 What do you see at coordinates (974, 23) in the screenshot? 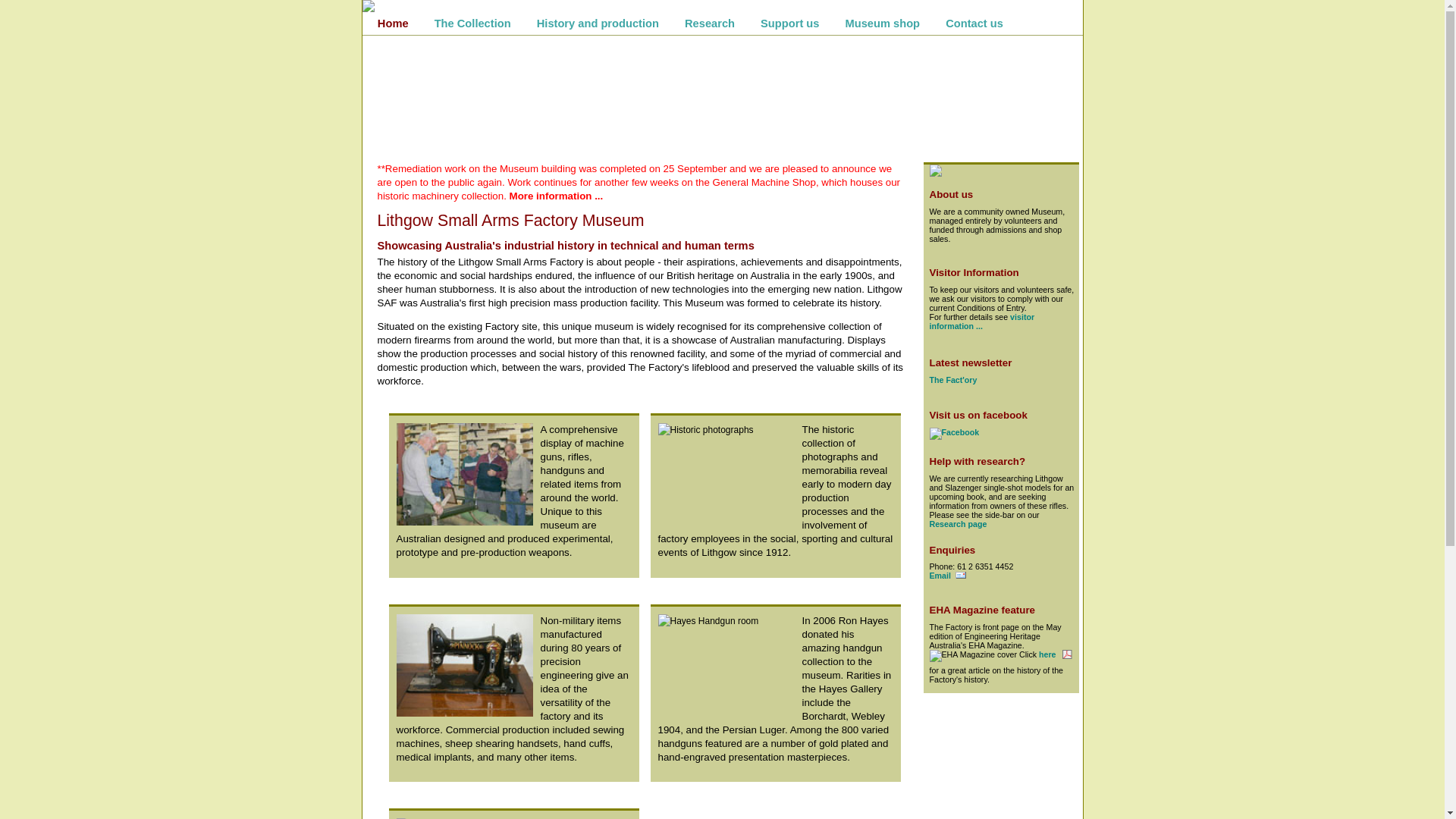
I see `'Contact us'` at bounding box center [974, 23].